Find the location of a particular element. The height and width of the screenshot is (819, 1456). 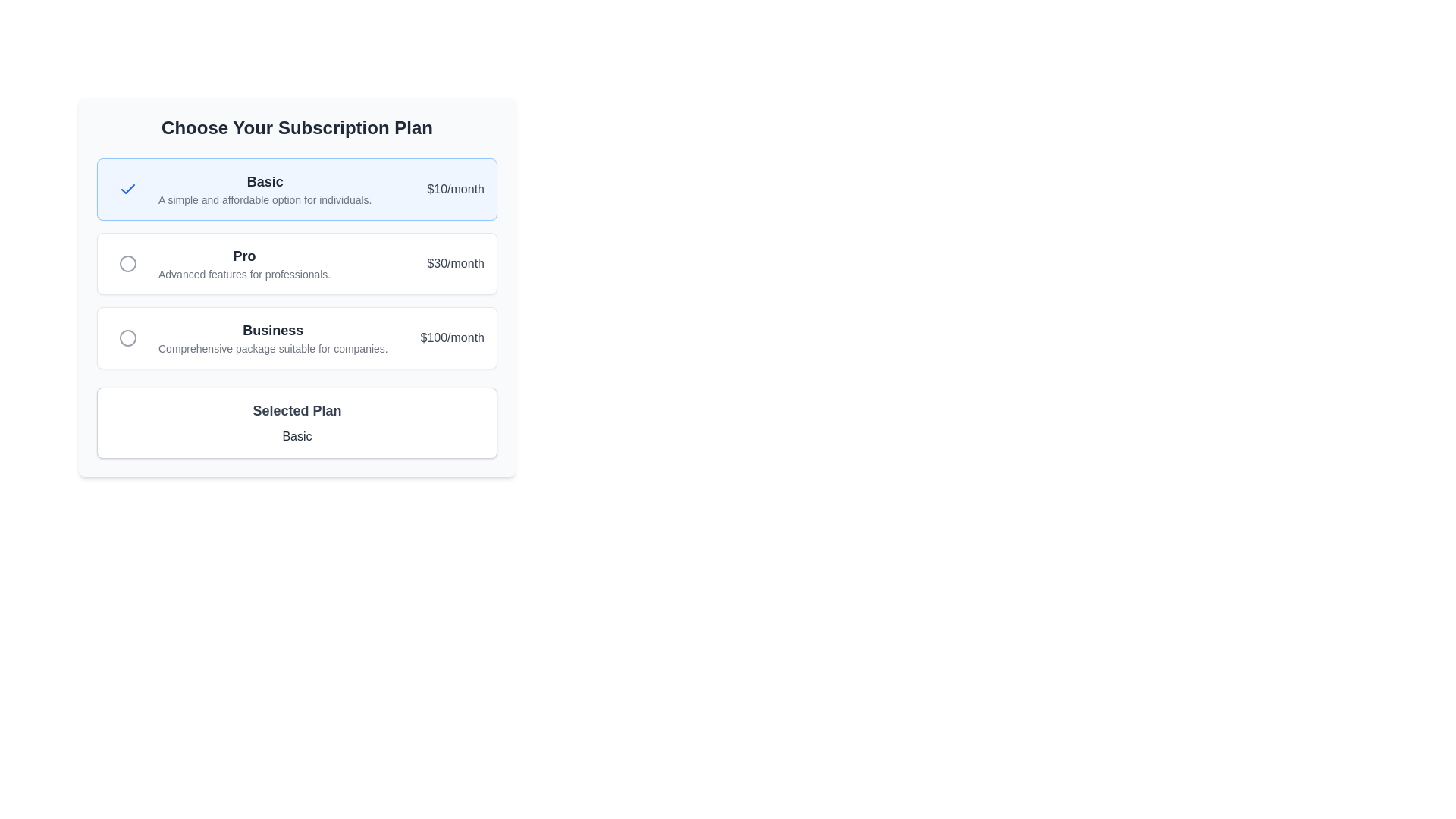

the text label that reads 'Comprehensive package suitable for companies.' positioned below the title 'Business' in the third subscription option is located at coordinates (273, 348).